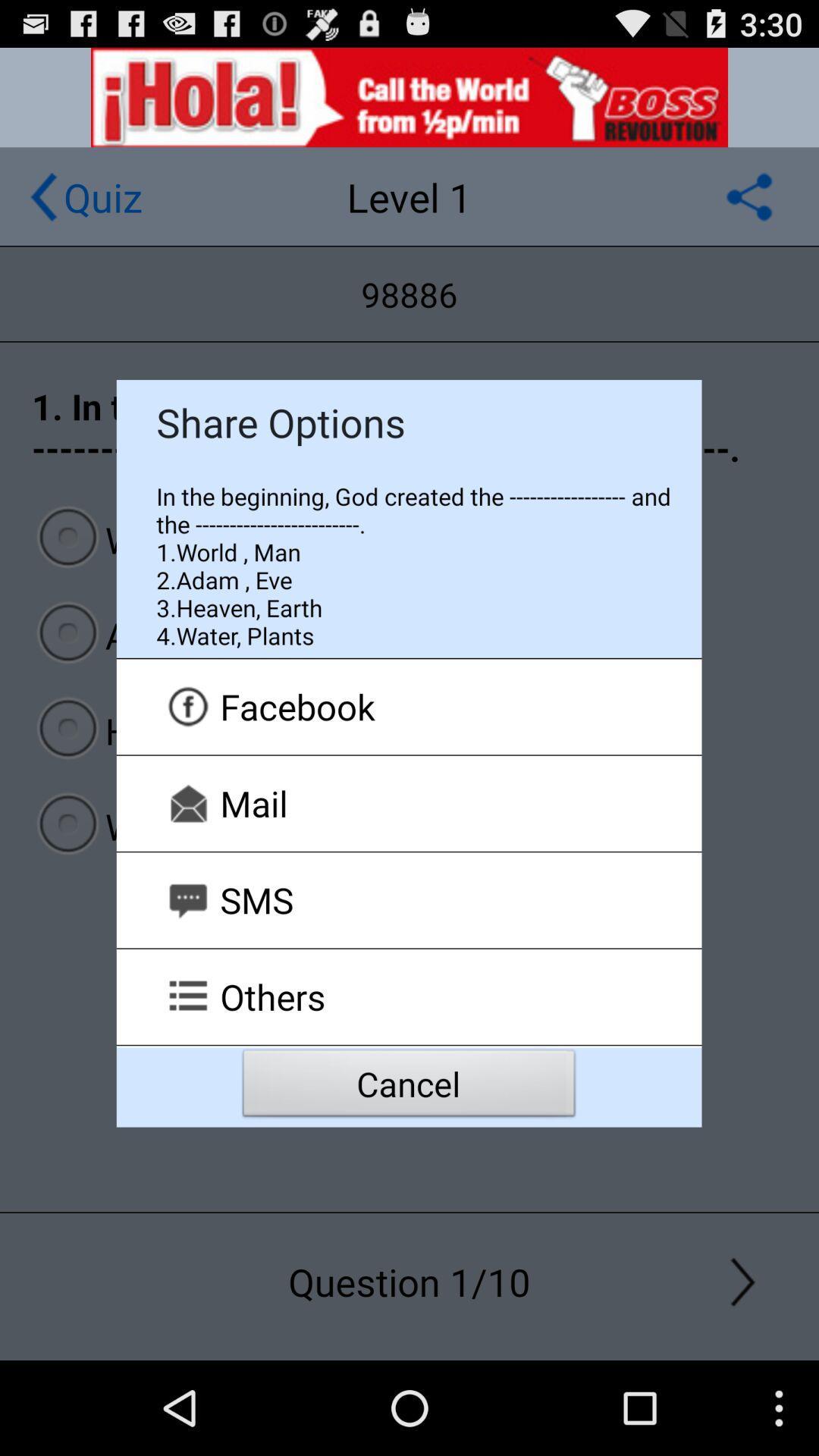 The width and height of the screenshot is (819, 1456). I want to click on the arrow_backward icon, so click(42, 210).